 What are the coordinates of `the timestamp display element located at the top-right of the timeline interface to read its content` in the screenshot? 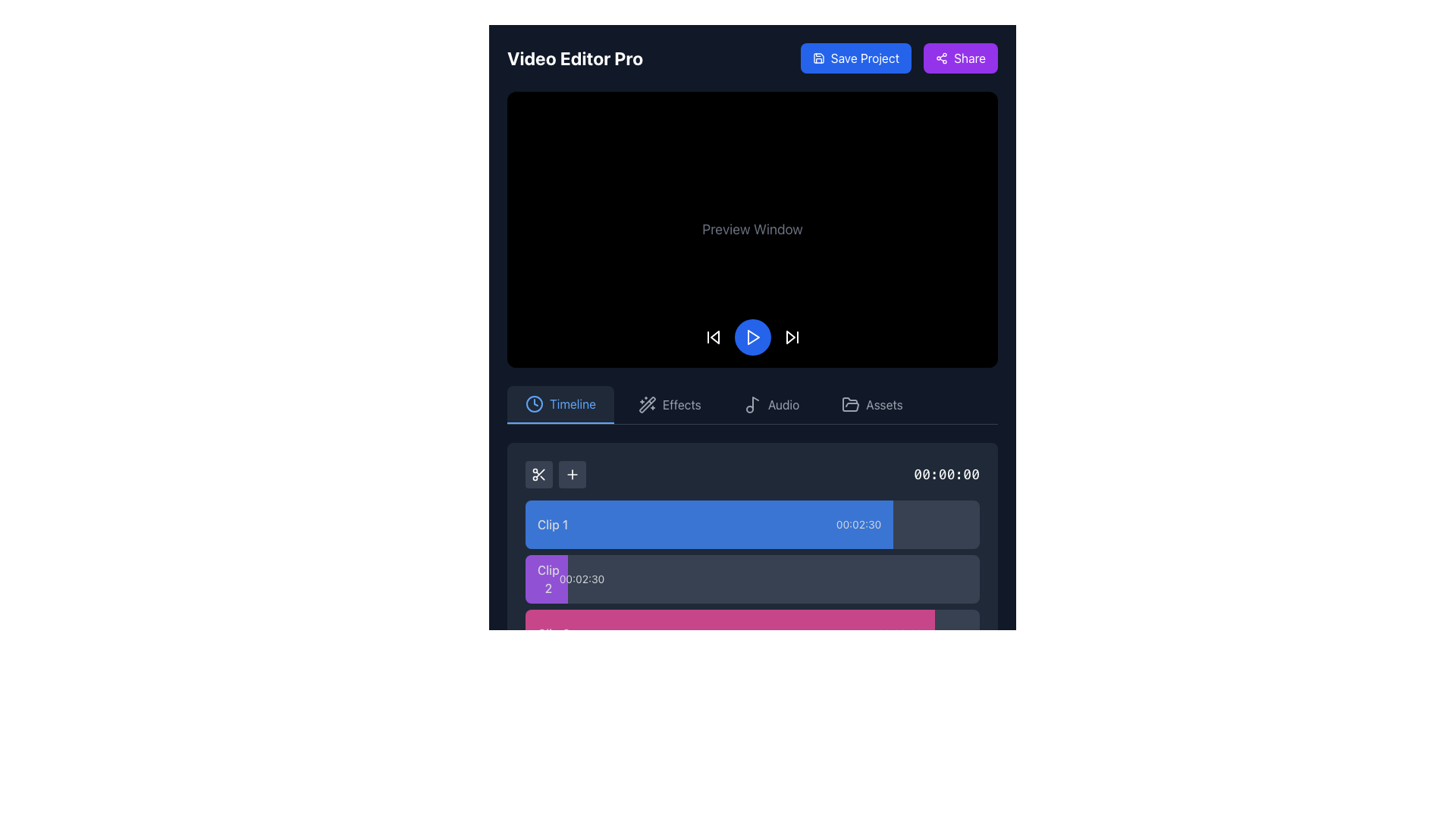 It's located at (946, 473).